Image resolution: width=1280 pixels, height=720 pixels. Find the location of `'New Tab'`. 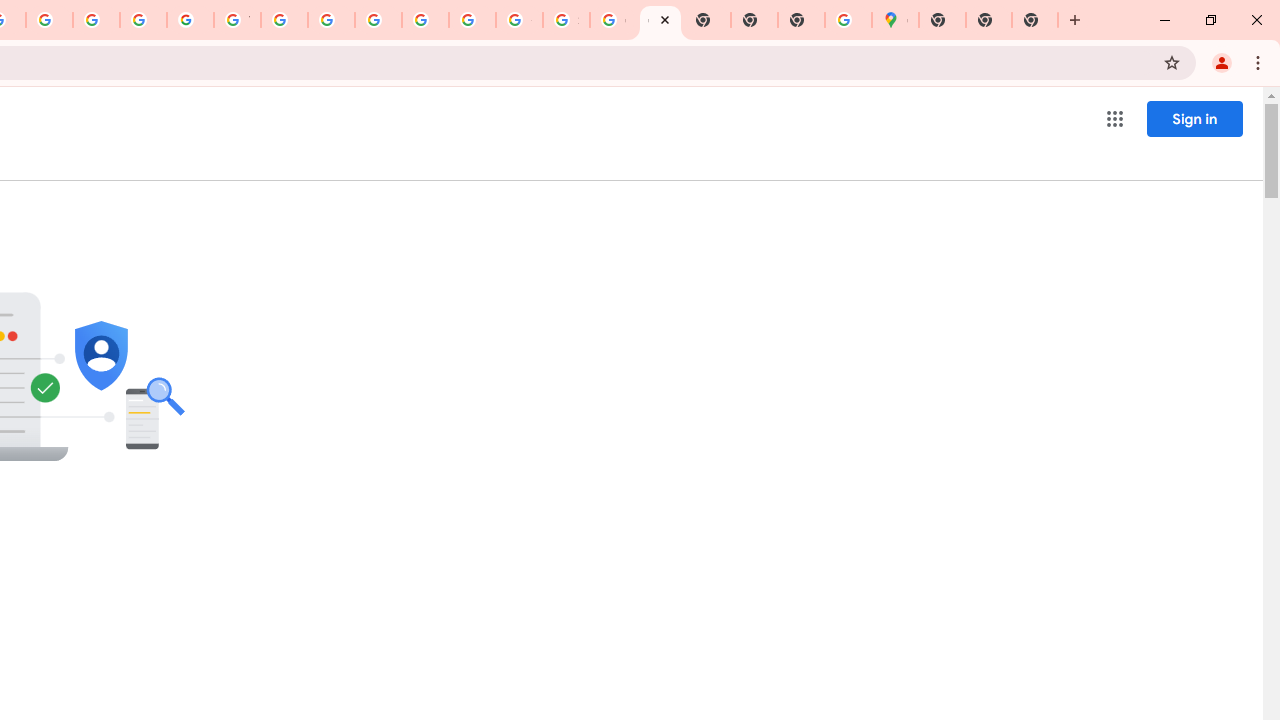

'New Tab' is located at coordinates (989, 20).